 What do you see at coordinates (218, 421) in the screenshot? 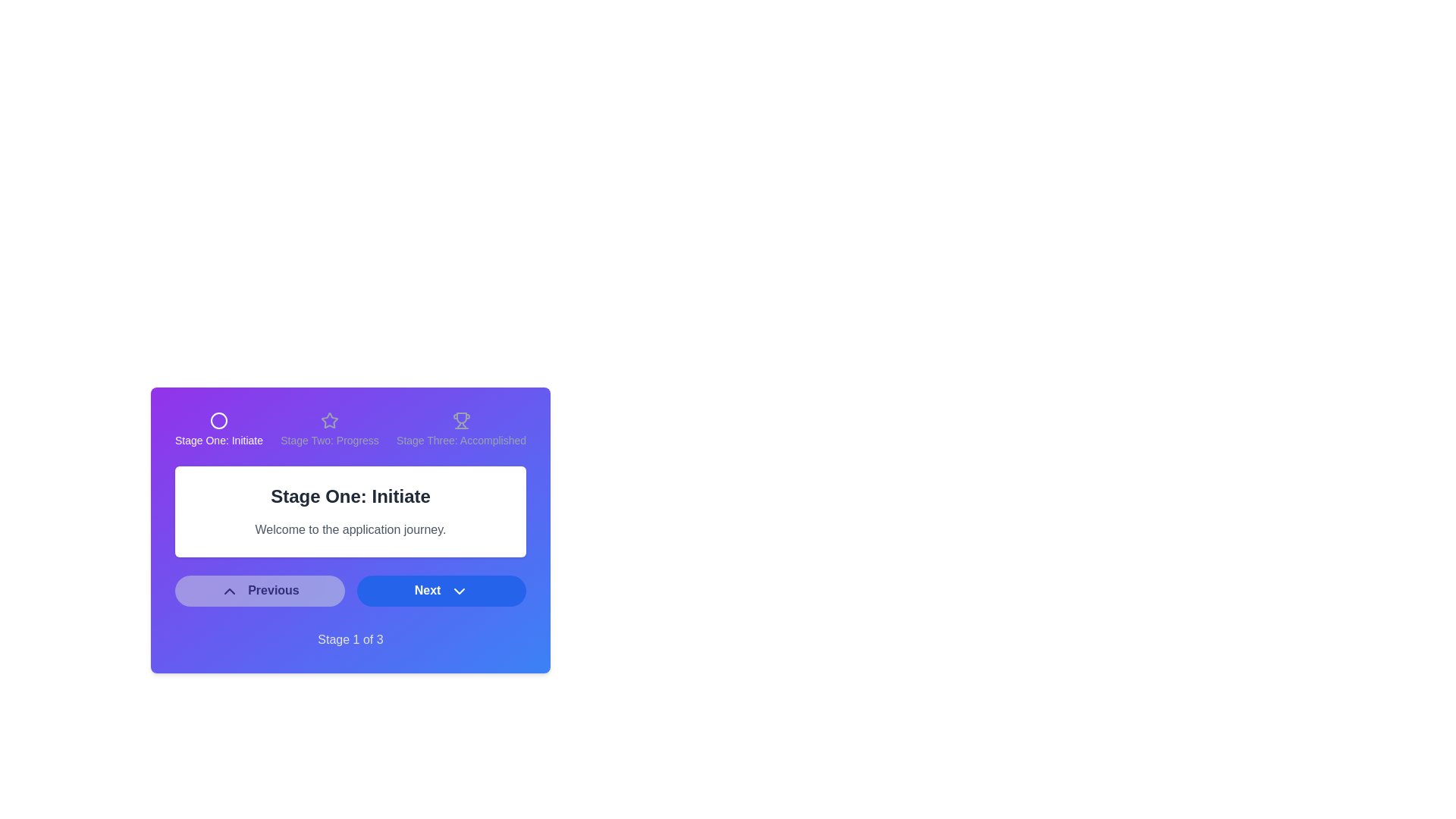
I see `the SVG circle representing 'Stage One: Initiate' in the top-left segment of the interface` at bounding box center [218, 421].